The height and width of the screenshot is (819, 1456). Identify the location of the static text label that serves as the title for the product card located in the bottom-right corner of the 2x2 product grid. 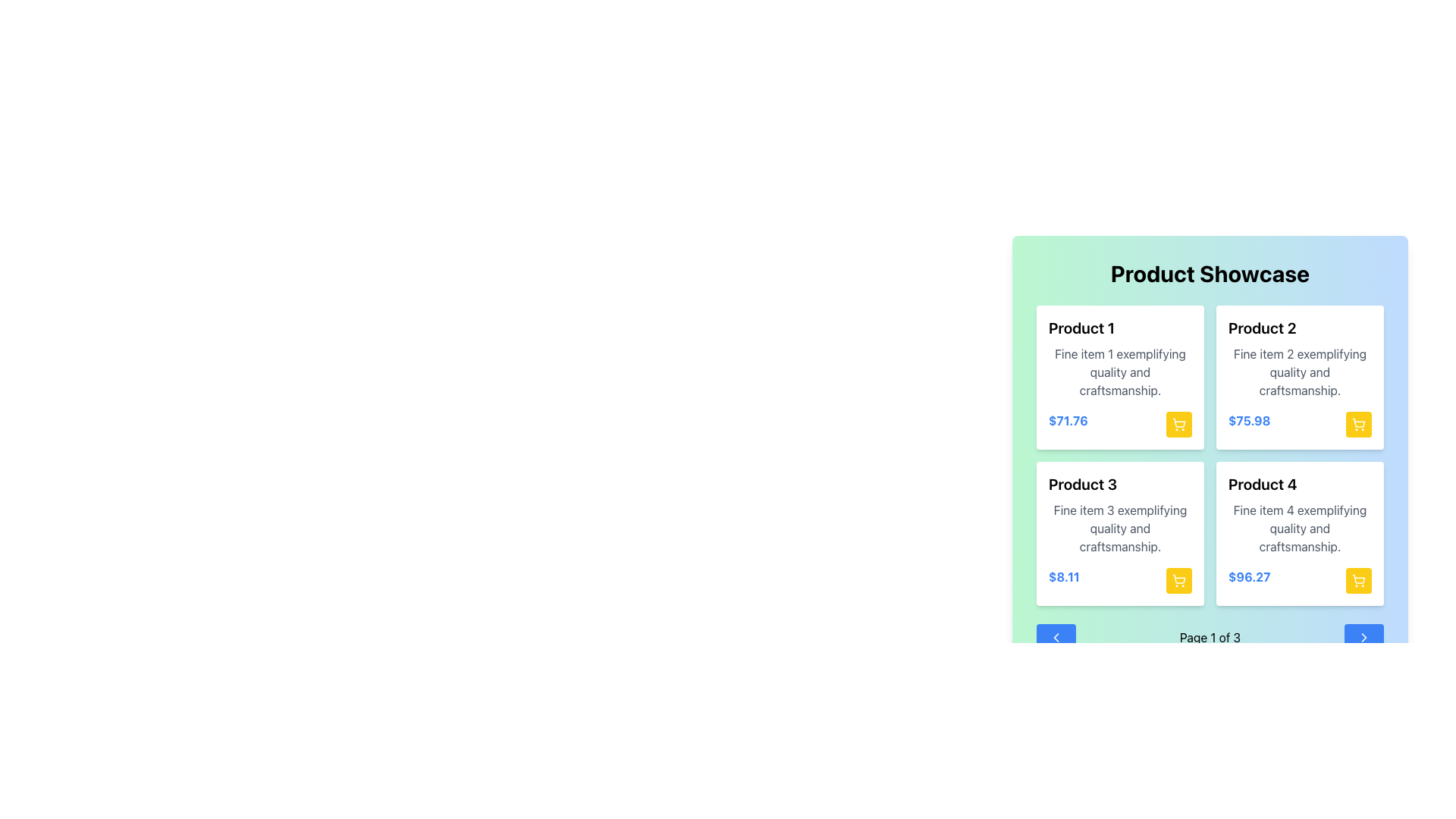
(1263, 485).